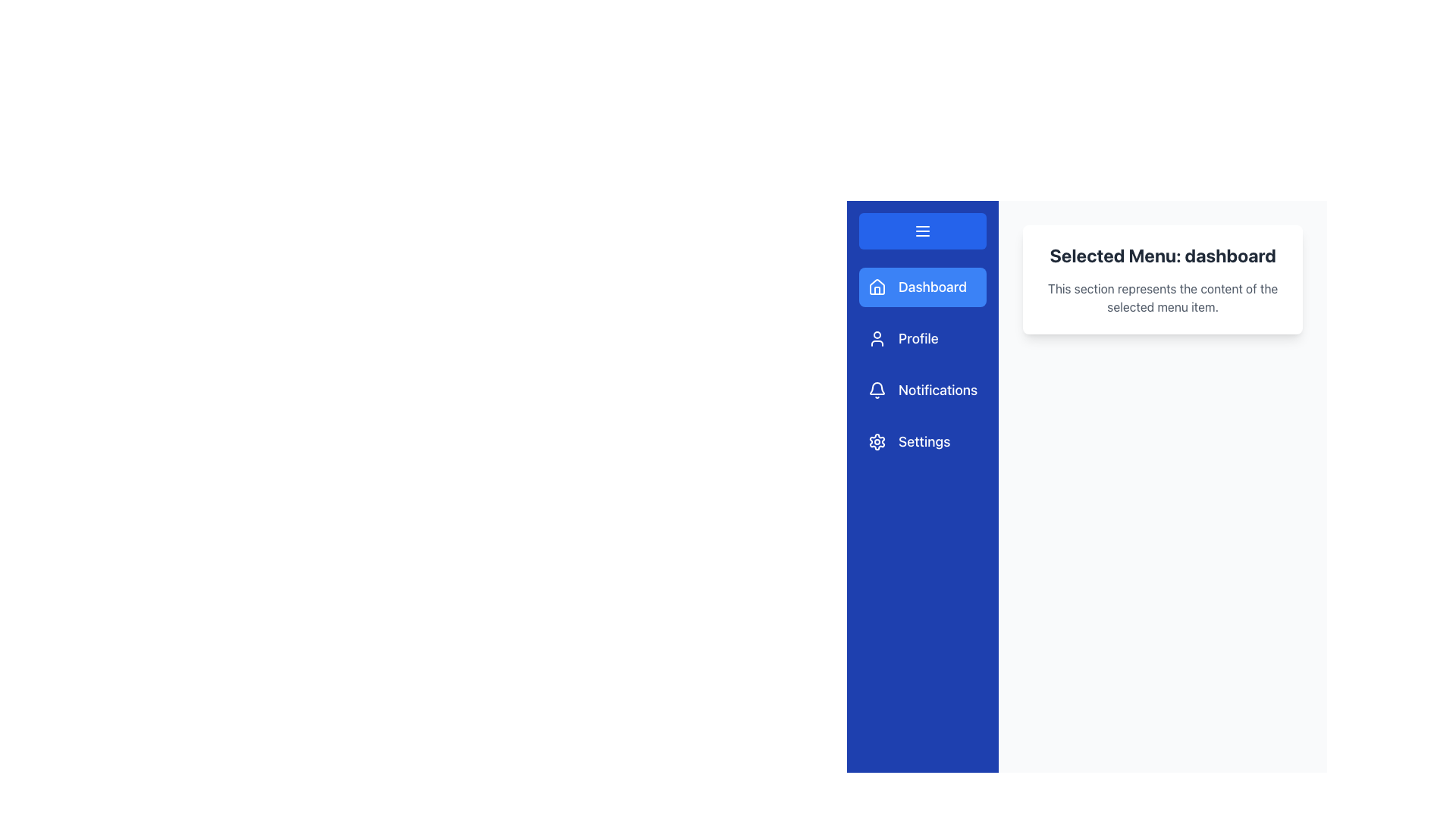 The width and height of the screenshot is (1456, 819). What do you see at coordinates (922, 231) in the screenshot?
I see `the blue rectangular button with rounded corners containing three horizontal lines at the top of the vertical sidebar menu` at bounding box center [922, 231].